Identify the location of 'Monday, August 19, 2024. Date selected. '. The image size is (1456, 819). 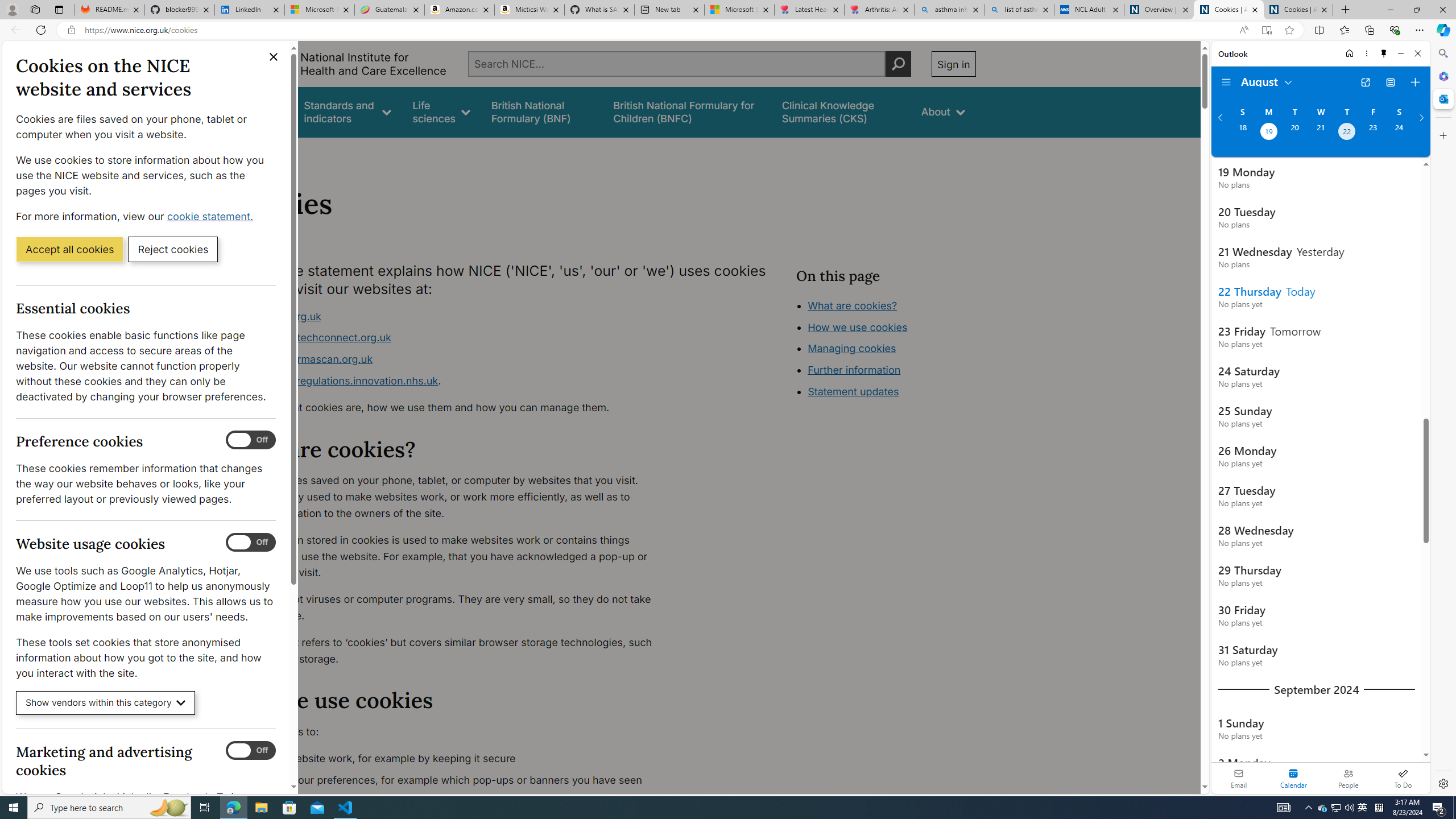
(1268, 133).